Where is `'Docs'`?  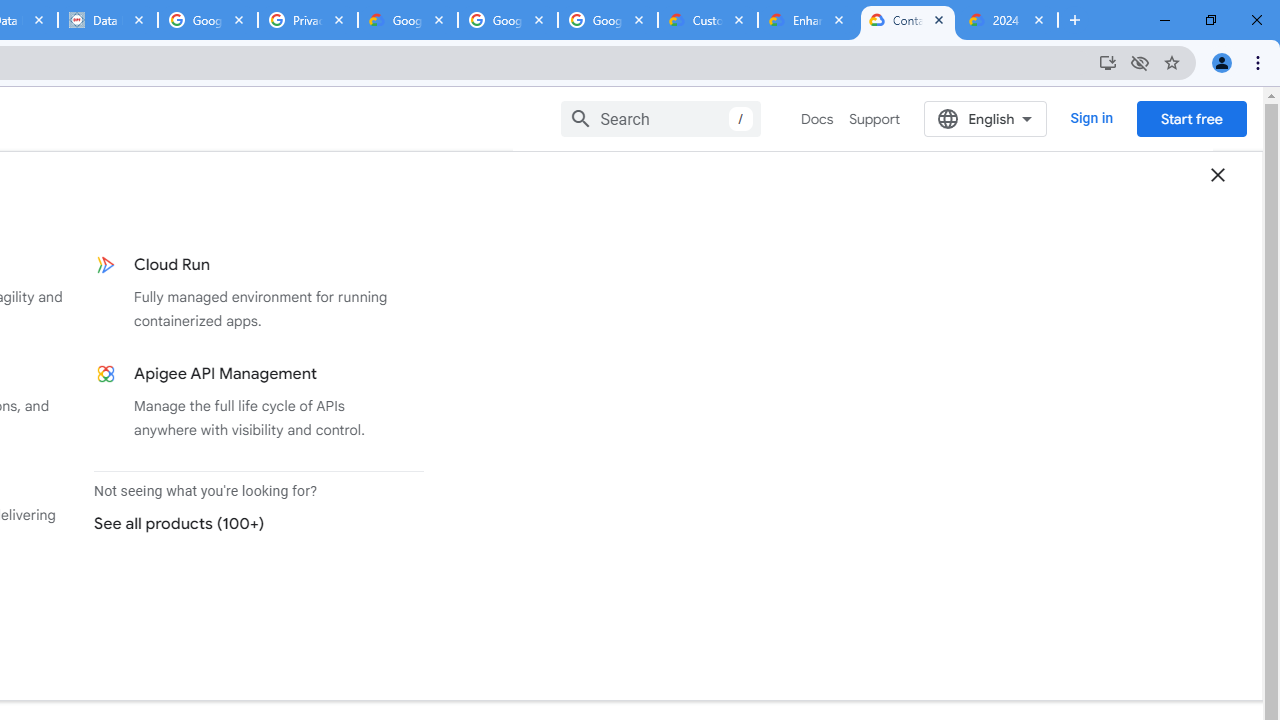 'Docs' is located at coordinates (817, 119).